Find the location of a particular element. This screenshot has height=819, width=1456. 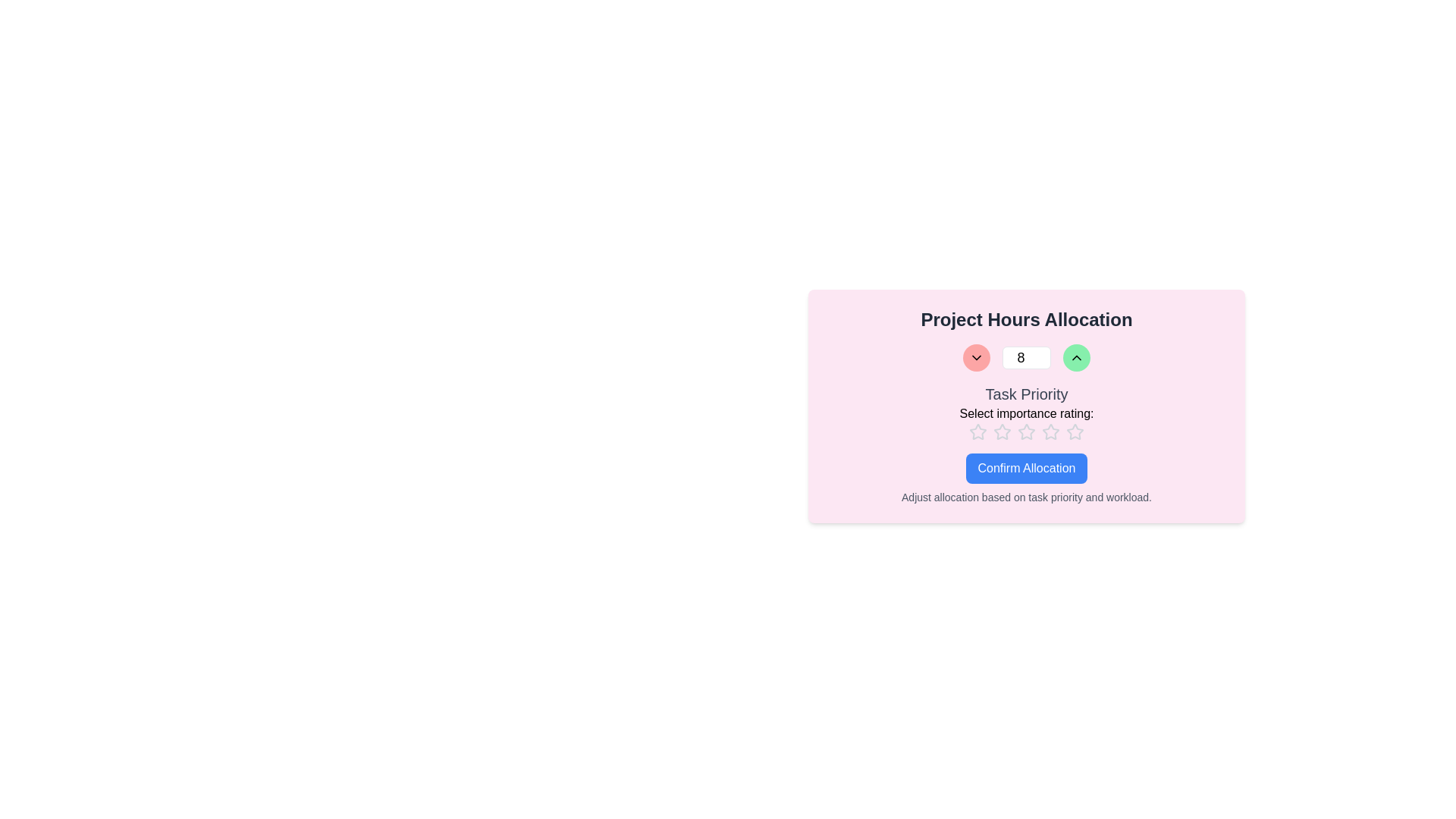

the blue button labeled 'Confirm Allocation' located at the center of the panel under the 'Task Priority' rating options to confirm allocation is located at coordinates (1026, 467).